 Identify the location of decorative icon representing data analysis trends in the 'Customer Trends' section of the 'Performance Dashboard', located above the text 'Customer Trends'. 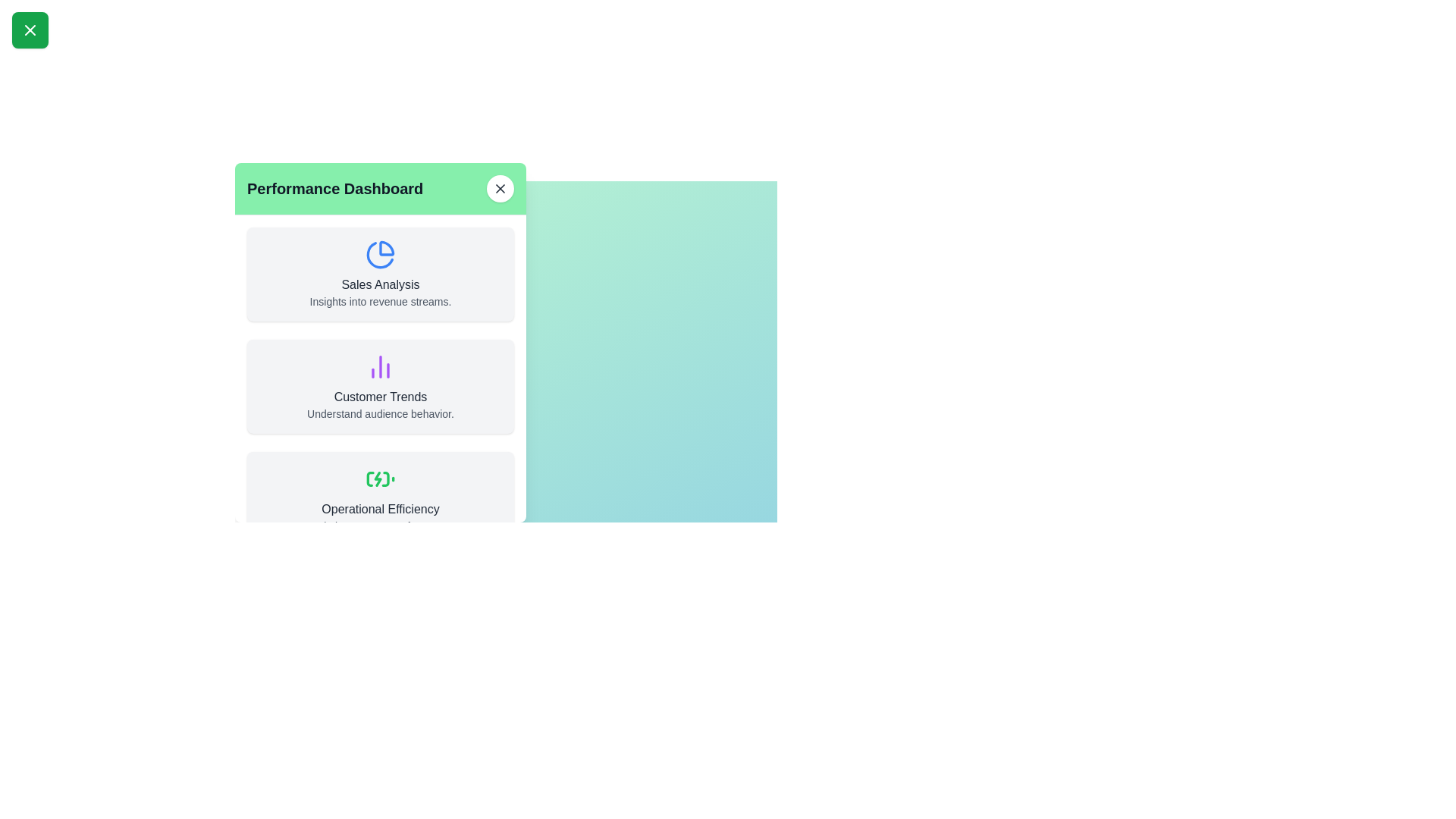
(381, 366).